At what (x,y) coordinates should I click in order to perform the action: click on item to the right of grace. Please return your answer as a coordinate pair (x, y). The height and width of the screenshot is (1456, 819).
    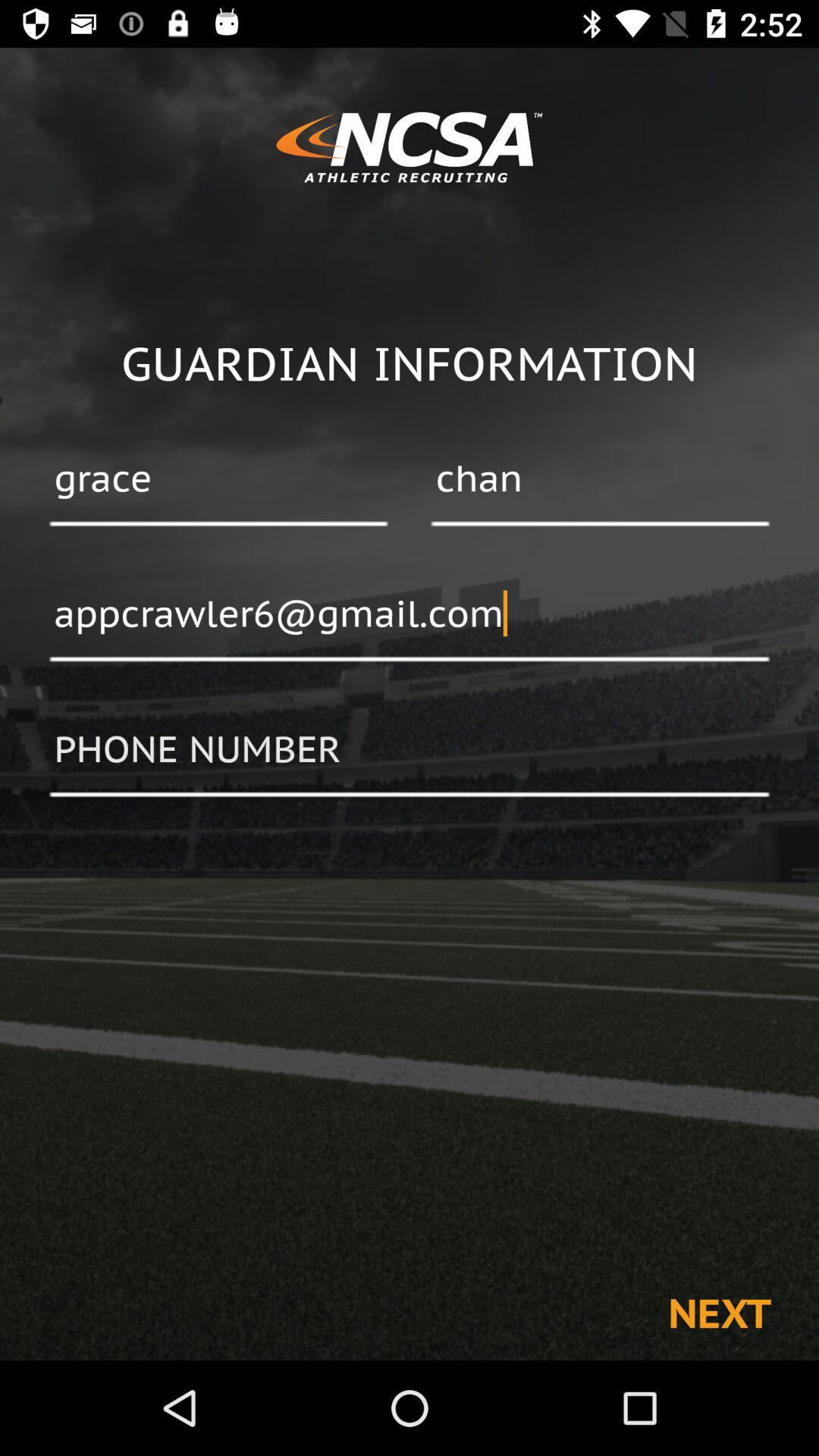
    Looking at the image, I should click on (599, 479).